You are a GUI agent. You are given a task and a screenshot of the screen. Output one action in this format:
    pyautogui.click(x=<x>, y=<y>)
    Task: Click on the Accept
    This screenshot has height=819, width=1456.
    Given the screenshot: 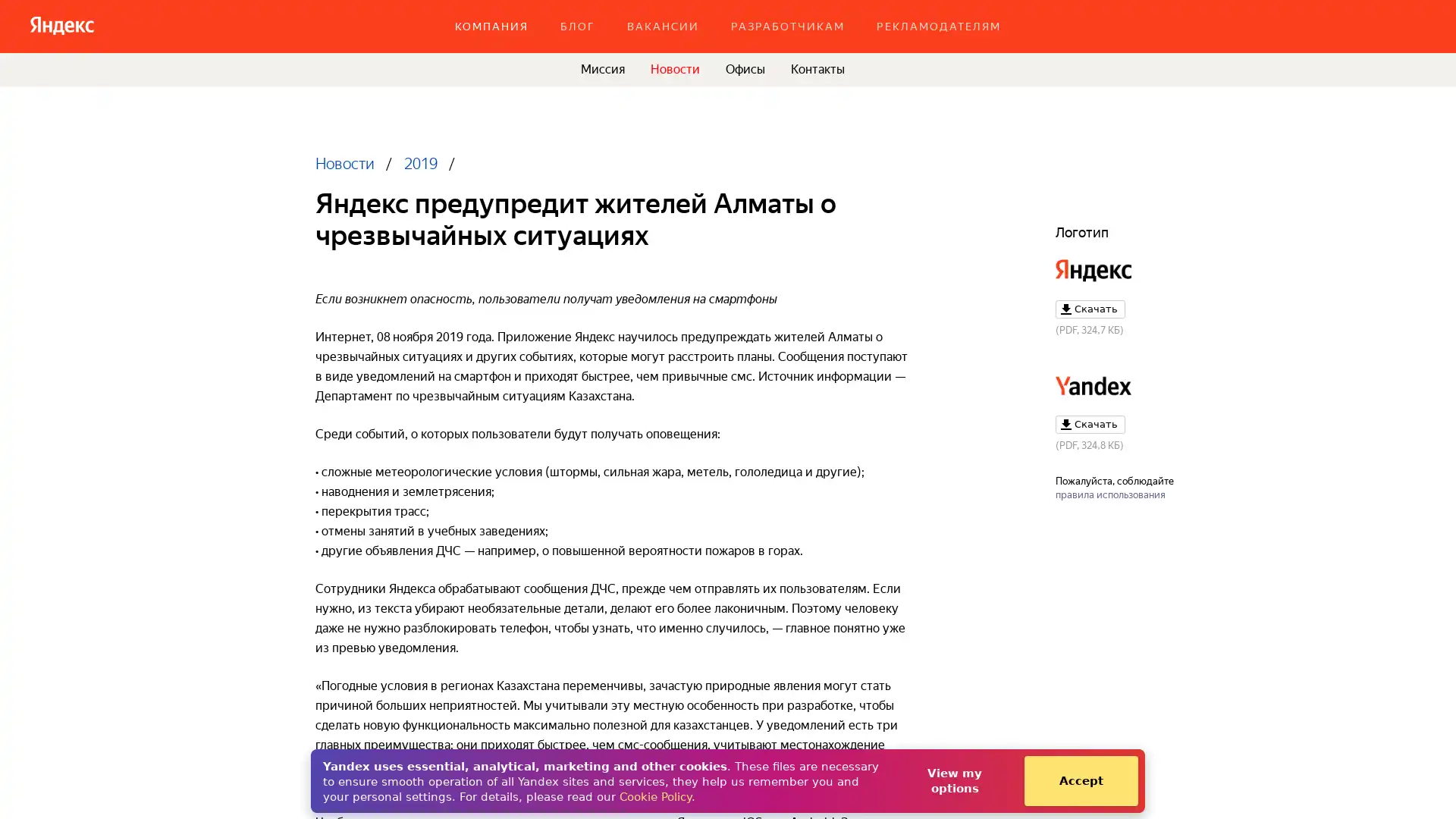 What is the action you would take?
    pyautogui.click(x=1080, y=780)
    